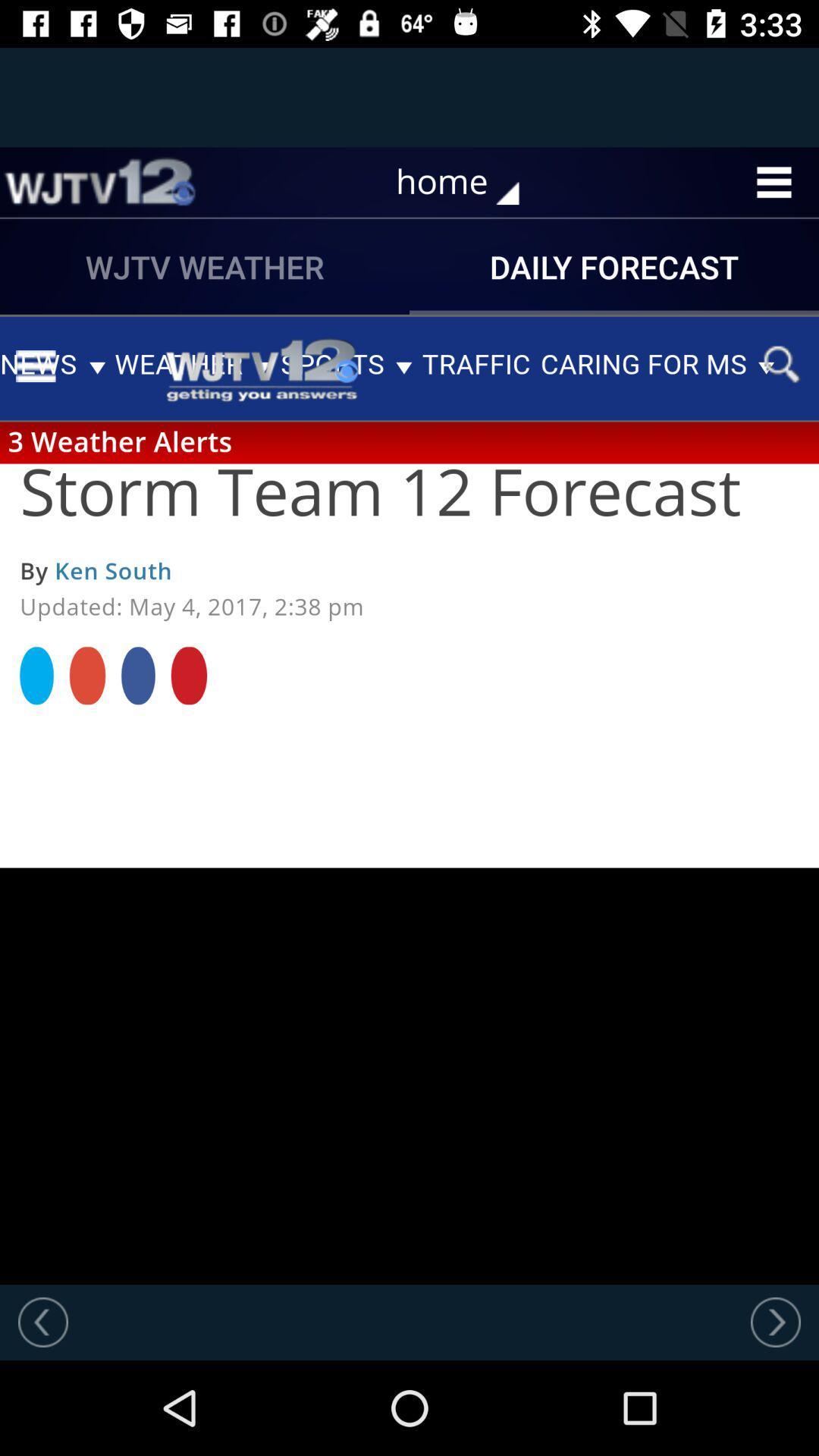 The width and height of the screenshot is (819, 1456). Describe the element at coordinates (99, 182) in the screenshot. I see `station` at that location.